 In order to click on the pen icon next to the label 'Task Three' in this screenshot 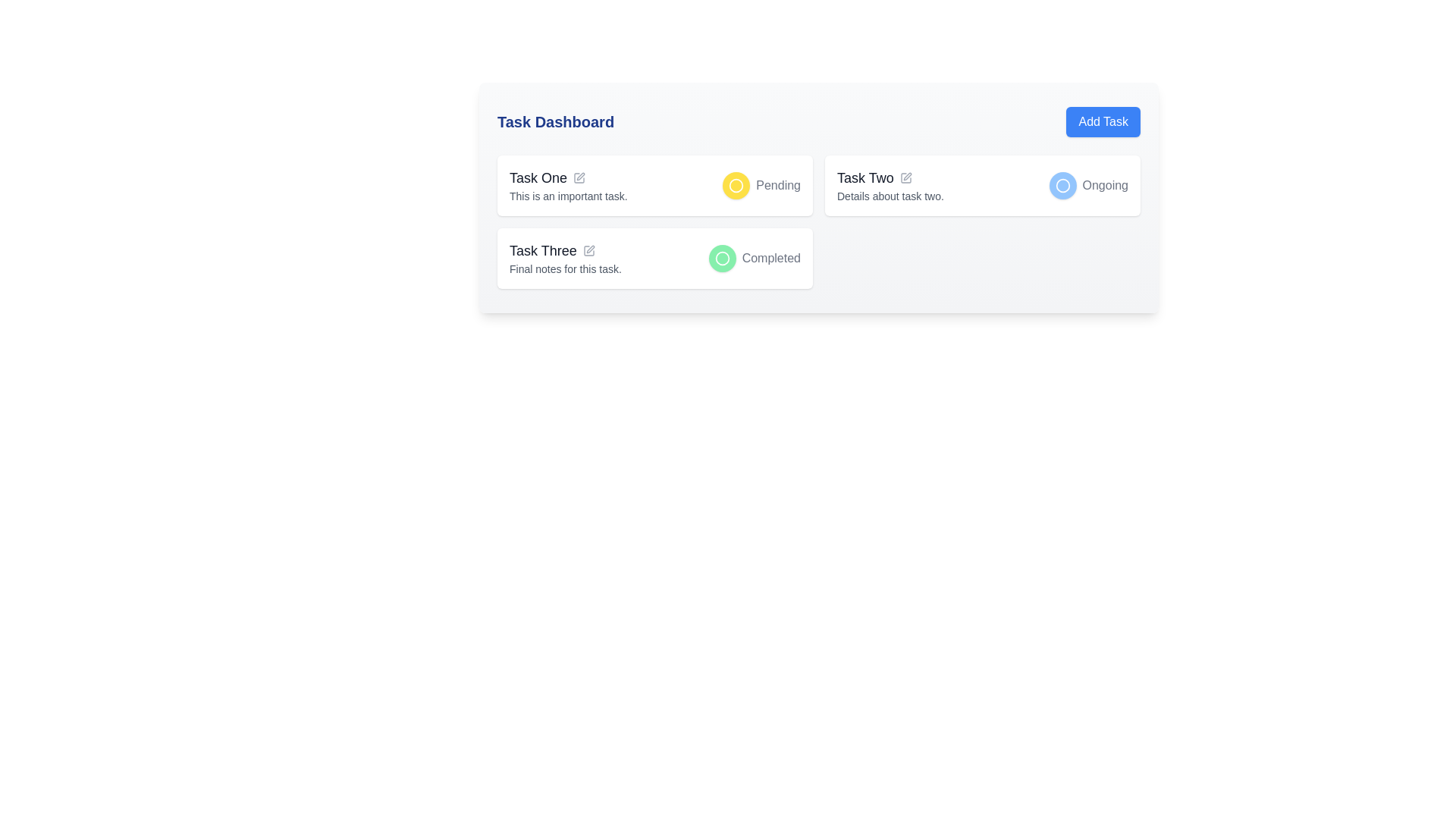, I will do `click(588, 250)`.